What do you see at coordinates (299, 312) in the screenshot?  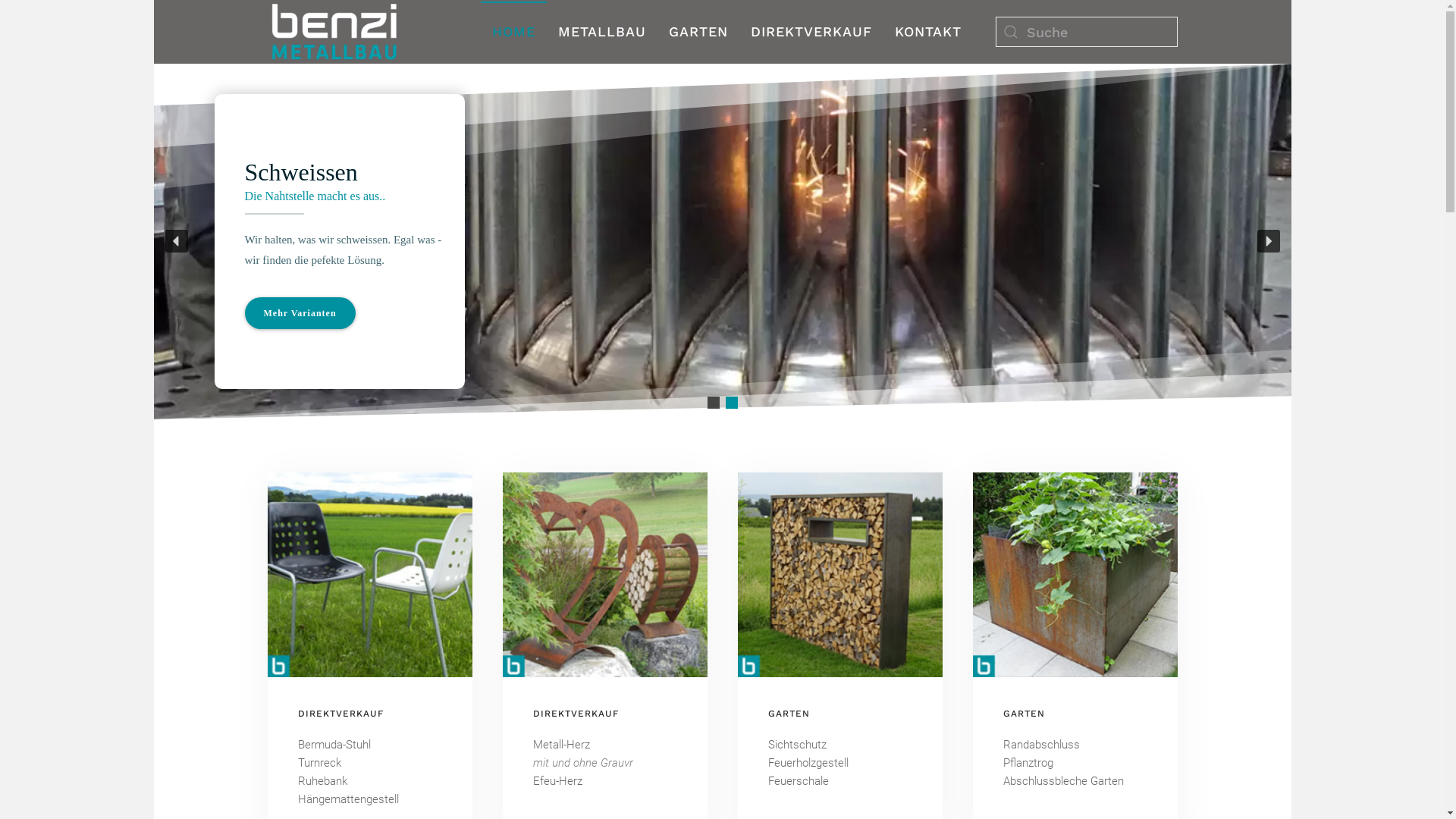 I see `'Mehr Varianten'` at bounding box center [299, 312].